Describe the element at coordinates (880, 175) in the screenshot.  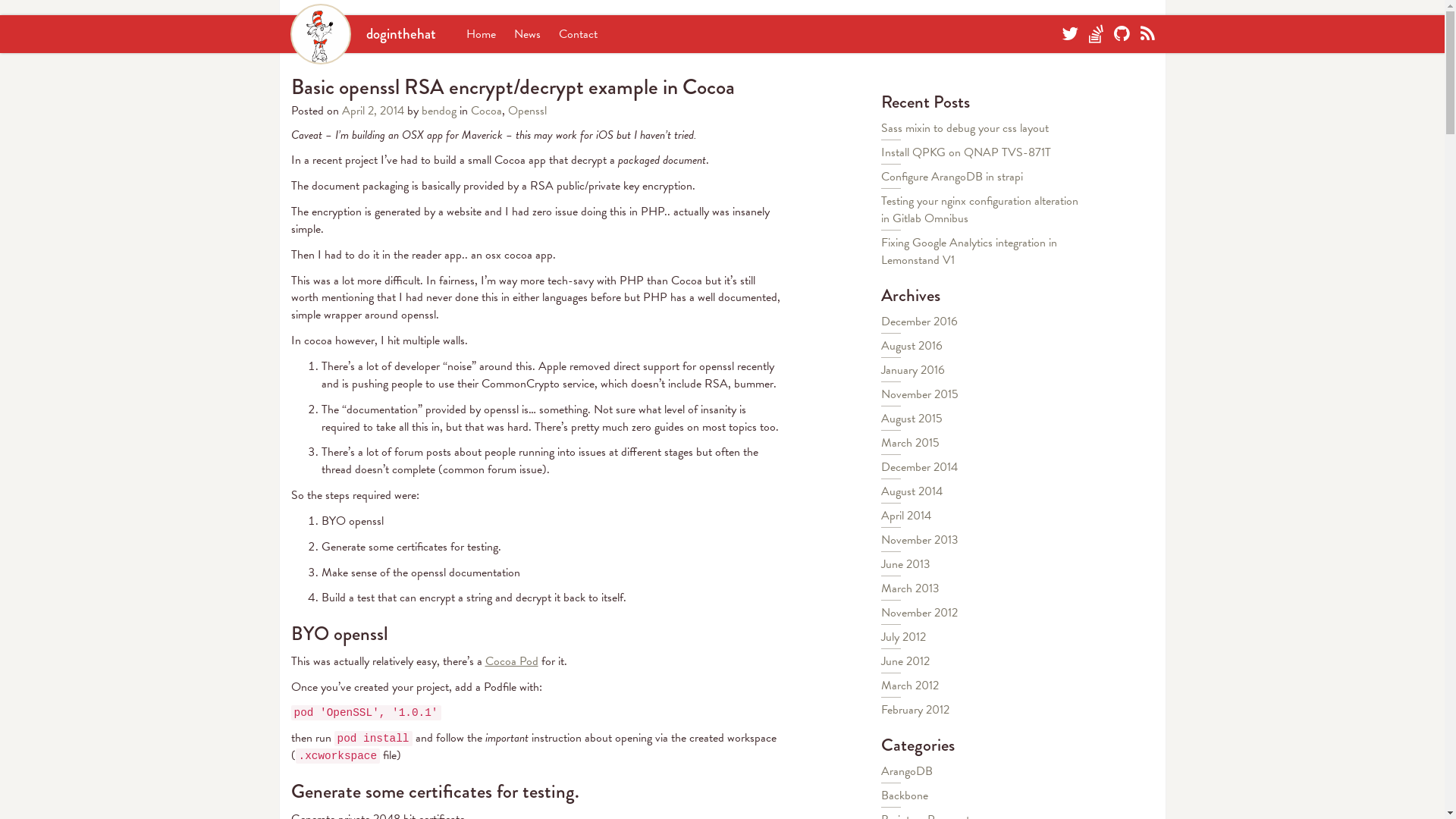
I see `'Configure ArangoDB in strapi'` at that location.